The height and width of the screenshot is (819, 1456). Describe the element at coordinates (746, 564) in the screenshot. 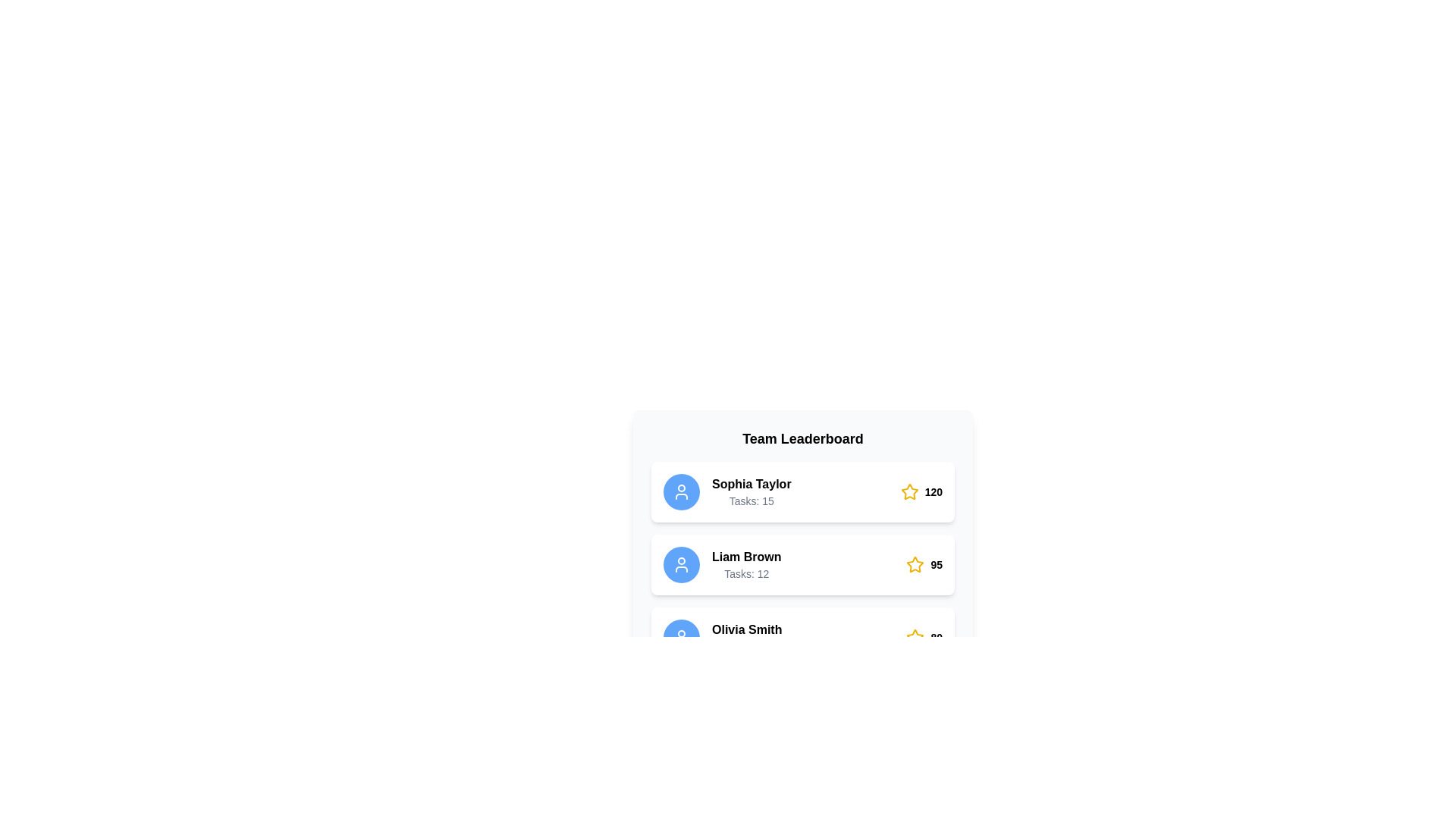

I see `the text block displaying the name 'Liam Brown' and the task count 'Tasks: 12' in the Team Leaderboard section, located between the blue user icon and the yellow star icon` at that location.